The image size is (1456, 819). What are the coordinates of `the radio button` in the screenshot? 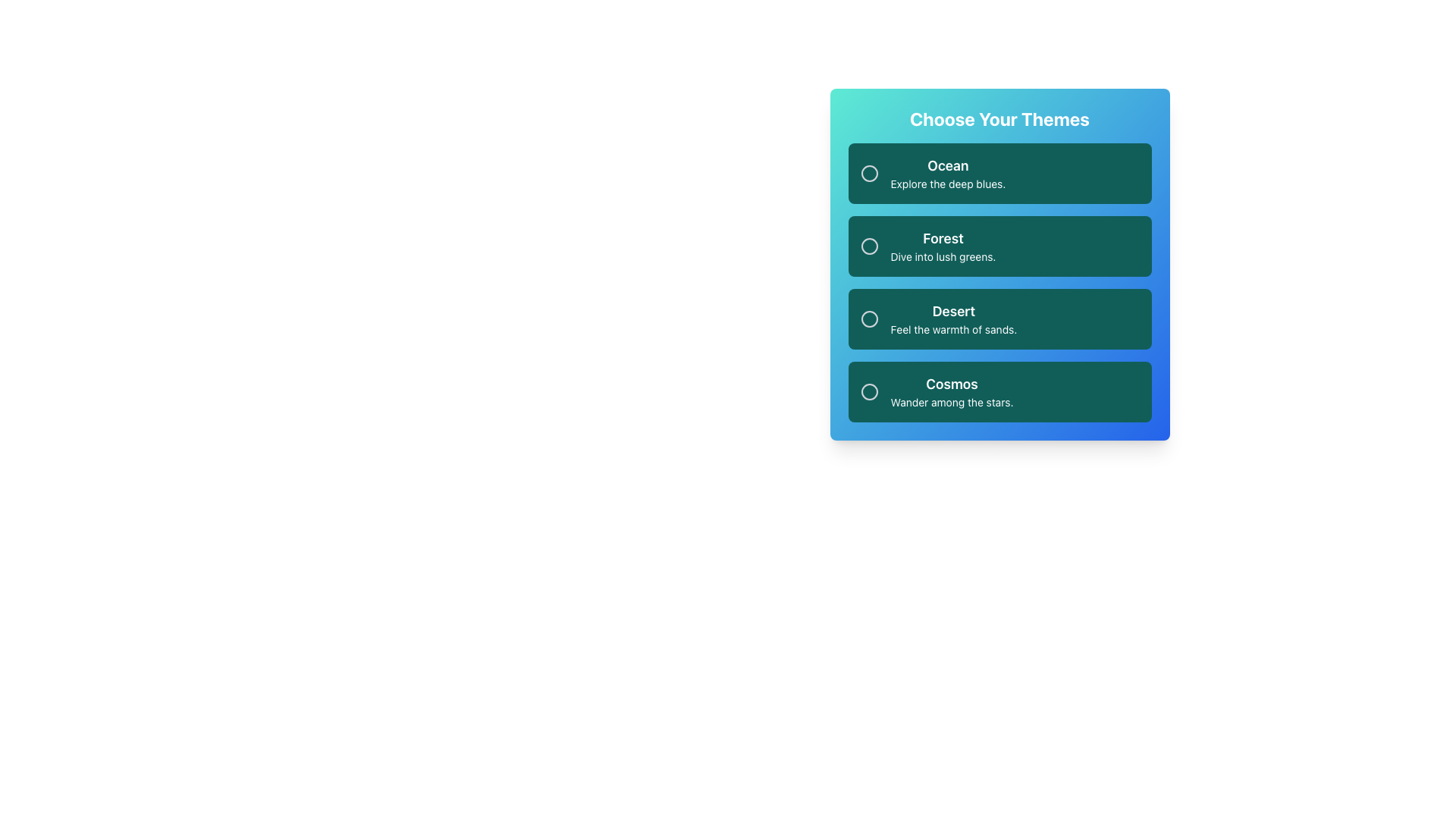 It's located at (869, 391).